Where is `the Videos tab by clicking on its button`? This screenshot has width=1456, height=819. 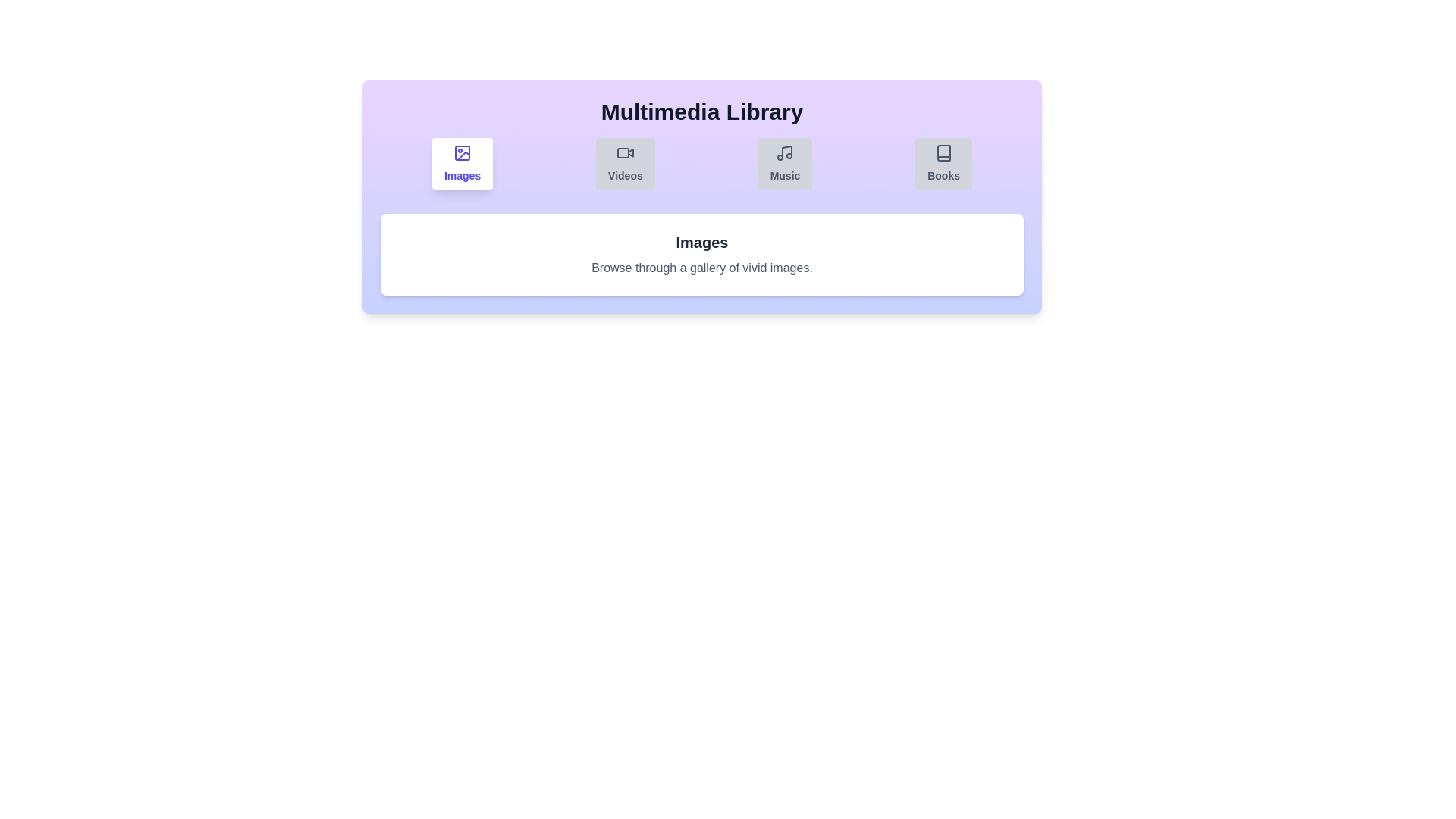 the Videos tab by clicking on its button is located at coordinates (625, 164).